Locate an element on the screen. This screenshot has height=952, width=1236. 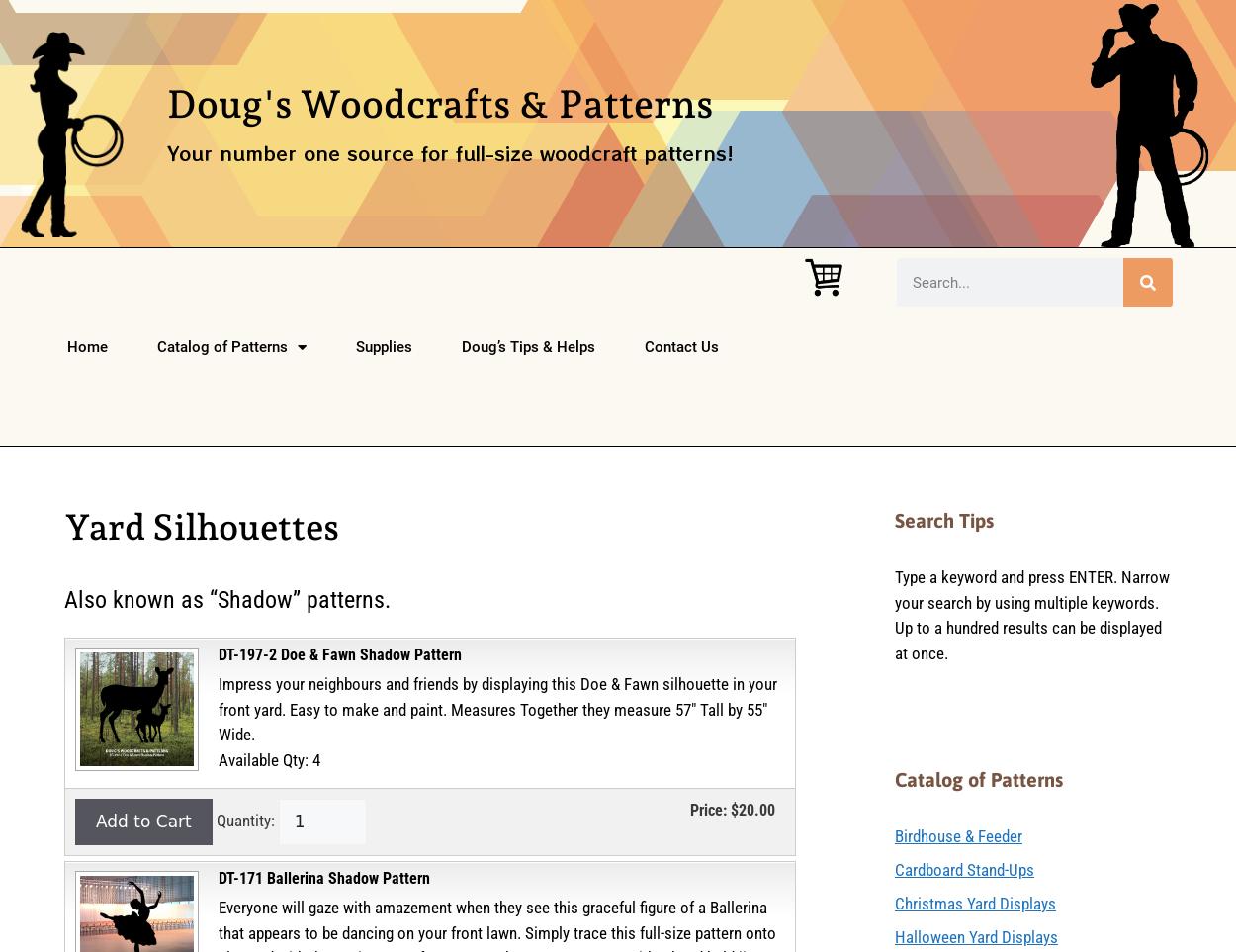
'DT-171 Ballerina Shadow Pattern' is located at coordinates (218, 877).